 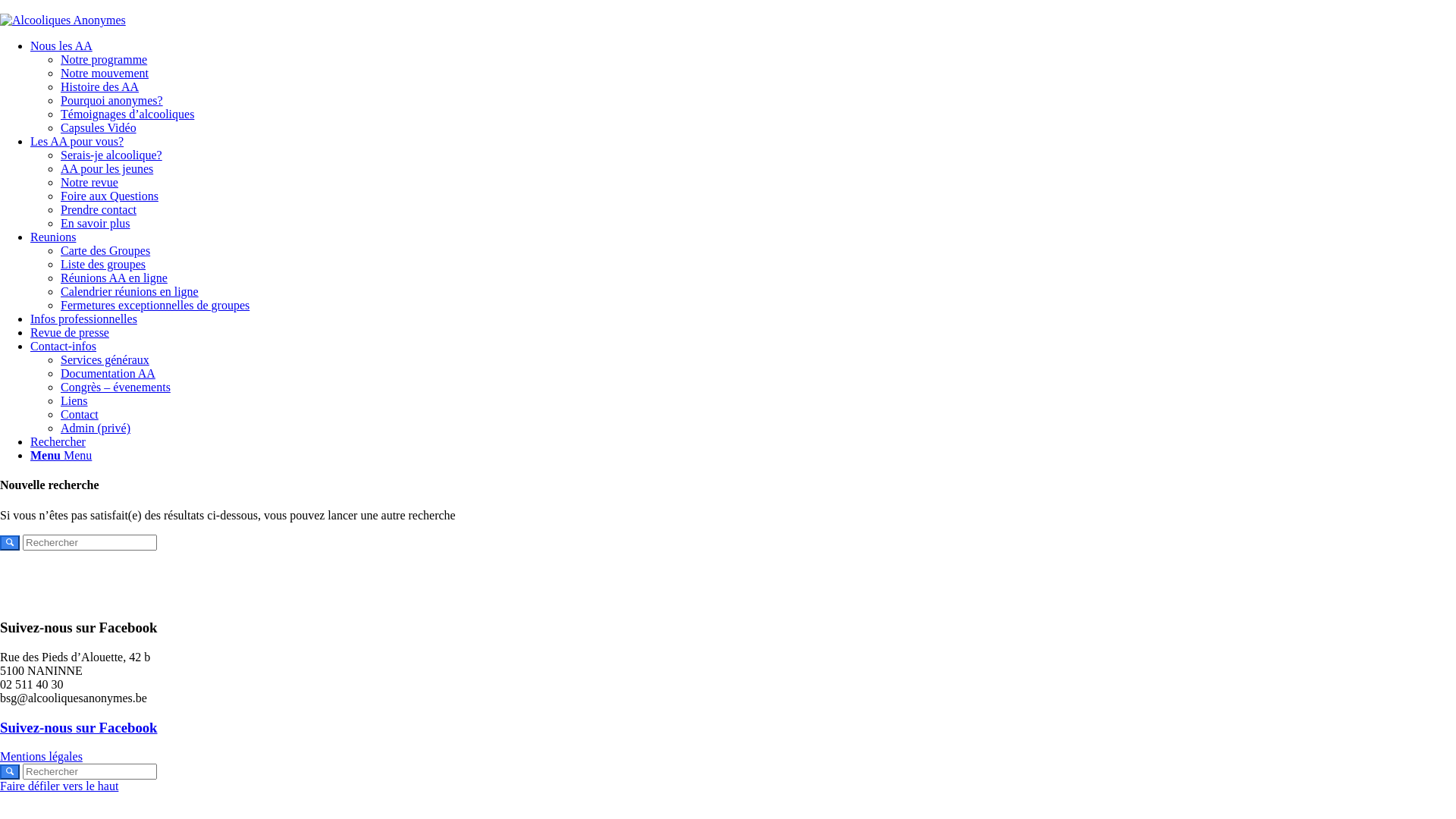 I want to click on 'Reunions', so click(x=30, y=237).